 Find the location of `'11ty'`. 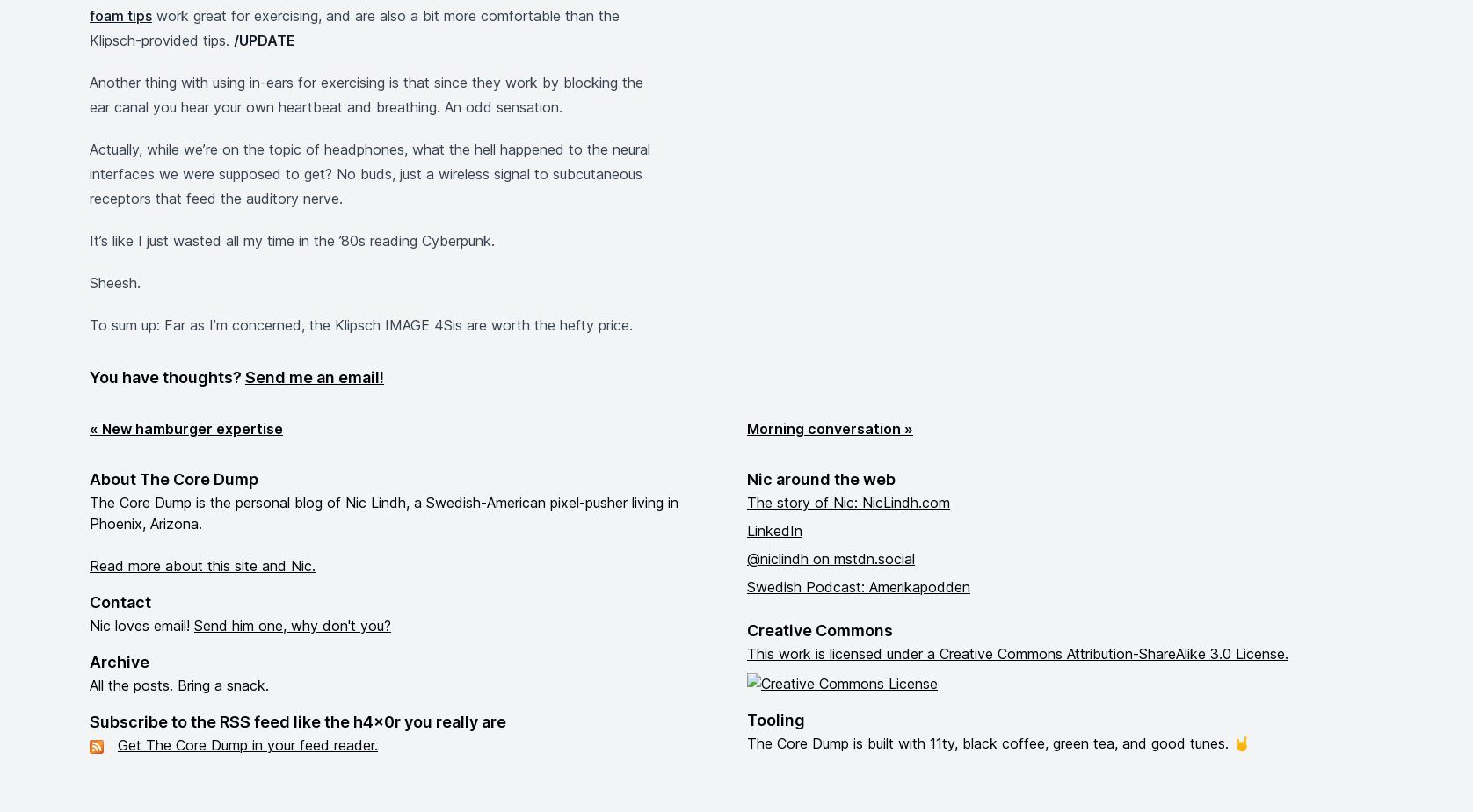

'11ty' is located at coordinates (940, 743).